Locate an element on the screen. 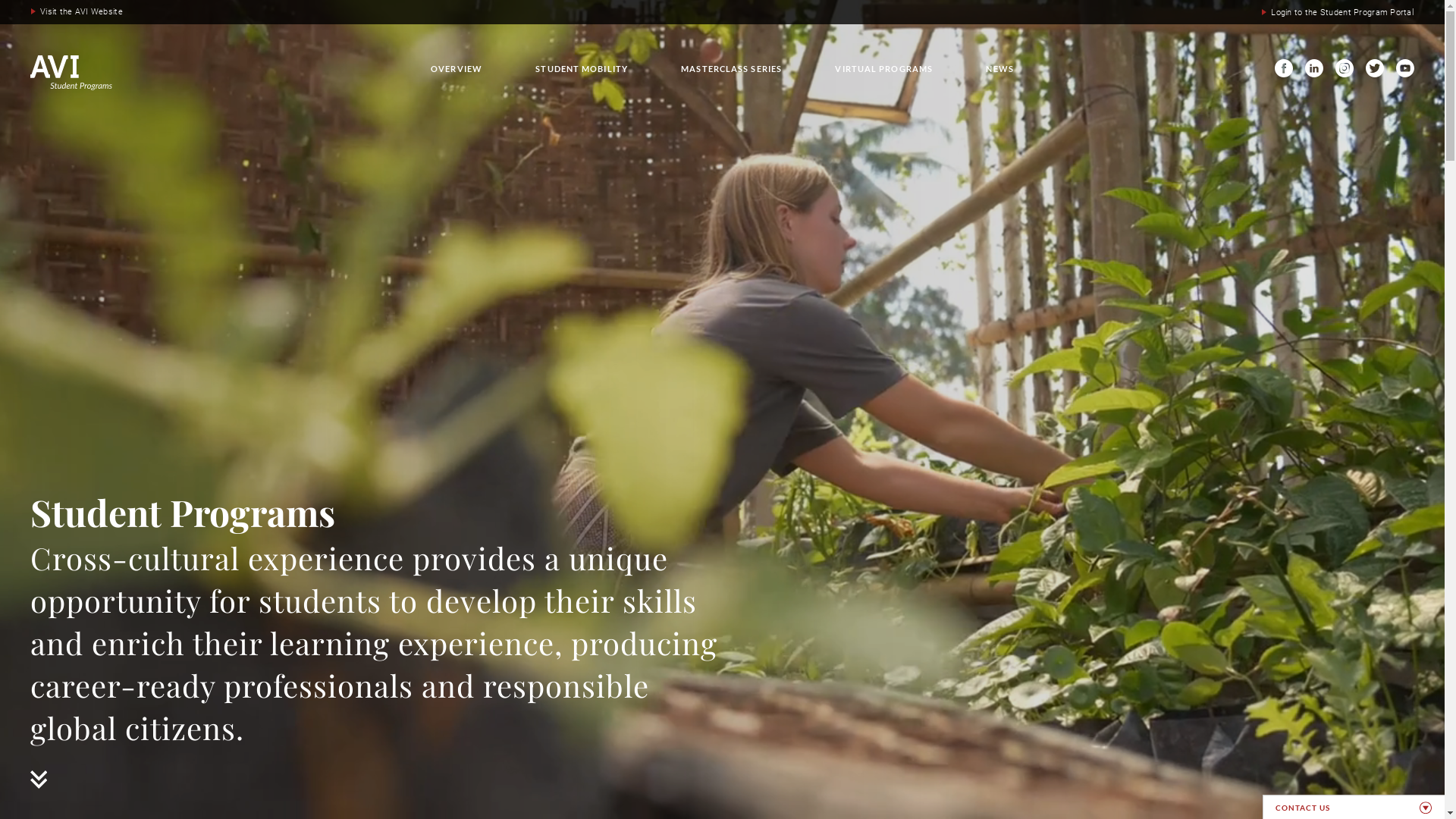  'Facebook' is located at coordinates (1274, 67).